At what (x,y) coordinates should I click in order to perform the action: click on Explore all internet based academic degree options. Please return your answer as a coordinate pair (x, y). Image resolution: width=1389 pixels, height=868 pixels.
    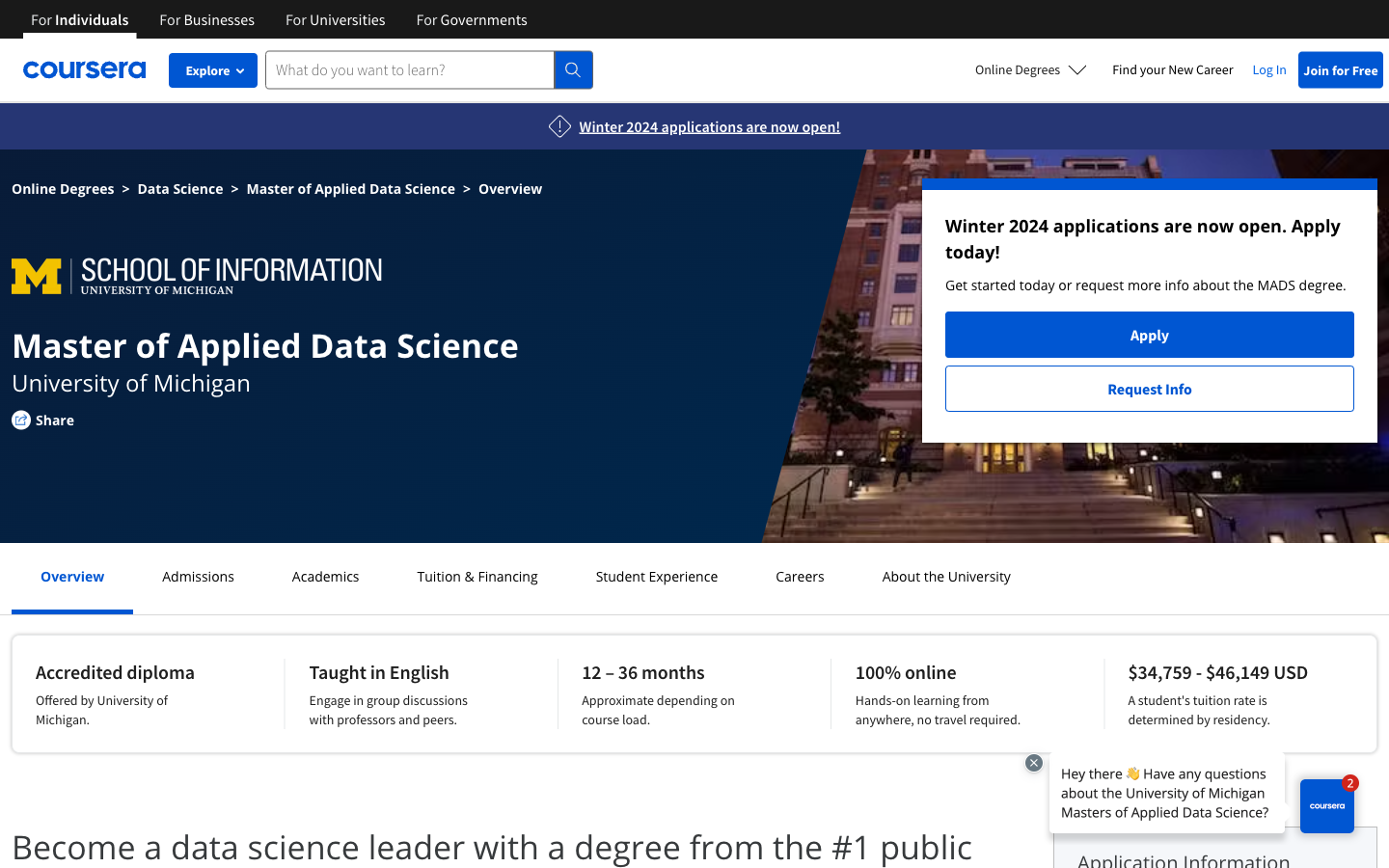
    Looking at the image, I should click on (1031, 68).